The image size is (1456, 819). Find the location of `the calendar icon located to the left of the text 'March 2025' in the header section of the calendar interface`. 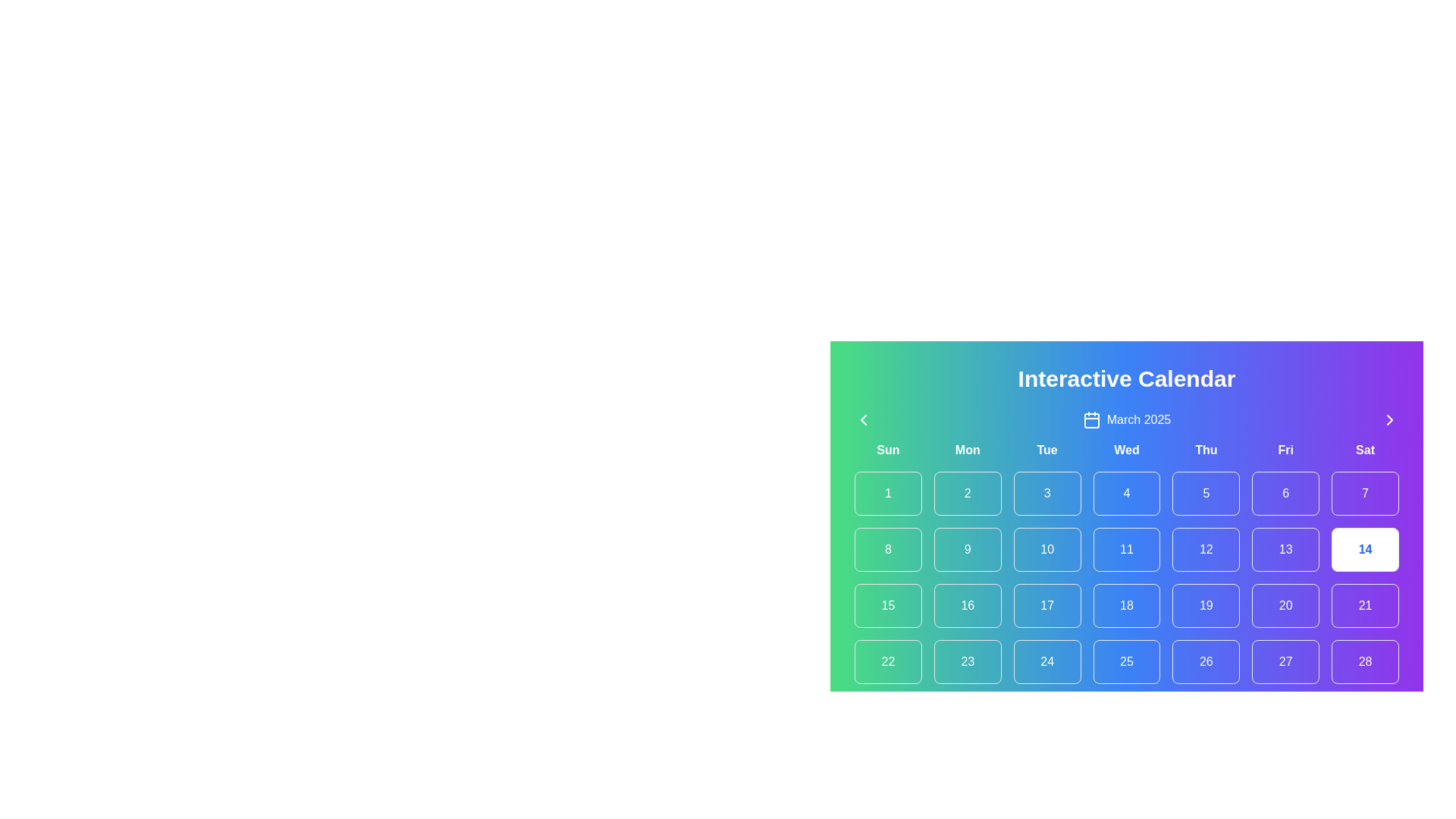

the calendar icon located to the left of the text 'March 2025' in the header section of the calendar interface is located at coordinates (1090, 420).